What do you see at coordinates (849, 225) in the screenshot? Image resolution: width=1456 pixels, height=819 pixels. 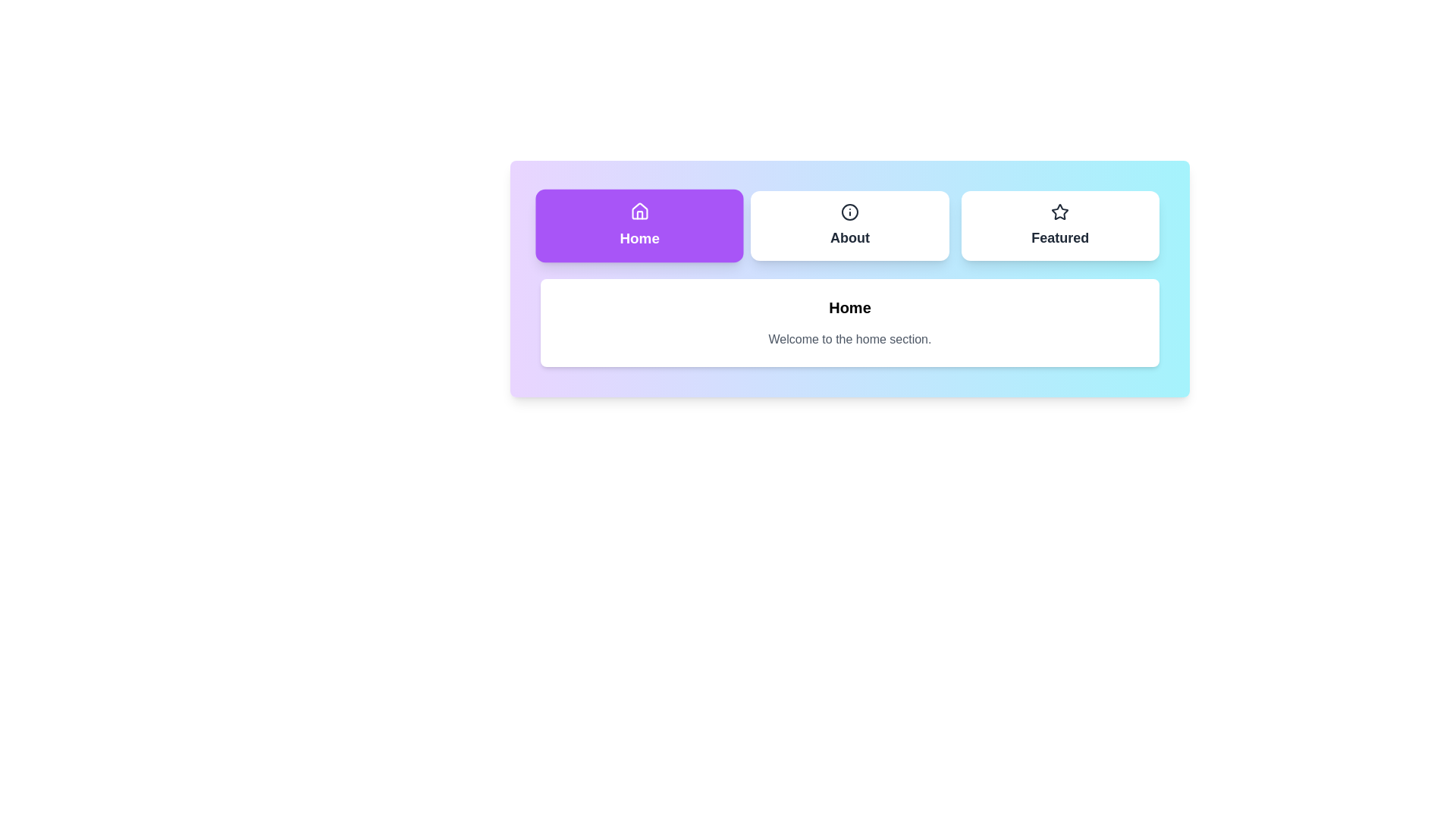 I see `the About tab to observe the hover effect` at bounding box center [849, 225].